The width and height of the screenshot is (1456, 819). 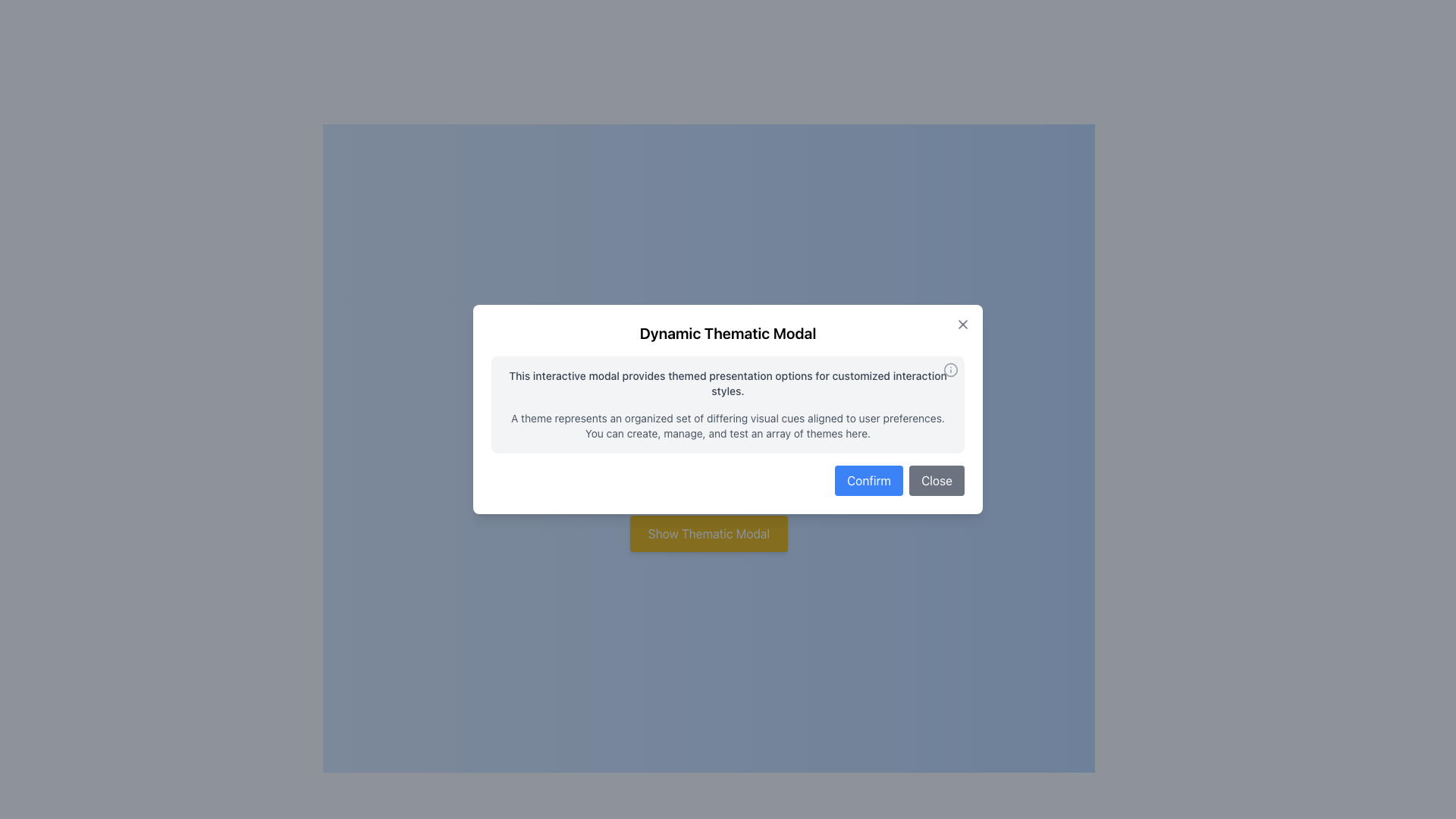 What do you see at coordinates (869, 480) in the screenshot?
I see `the confirm button located at the bottom-right corner of the modal dialog, which triggers a primary action or submits the modal's contents` at bounding box center [869, 480].